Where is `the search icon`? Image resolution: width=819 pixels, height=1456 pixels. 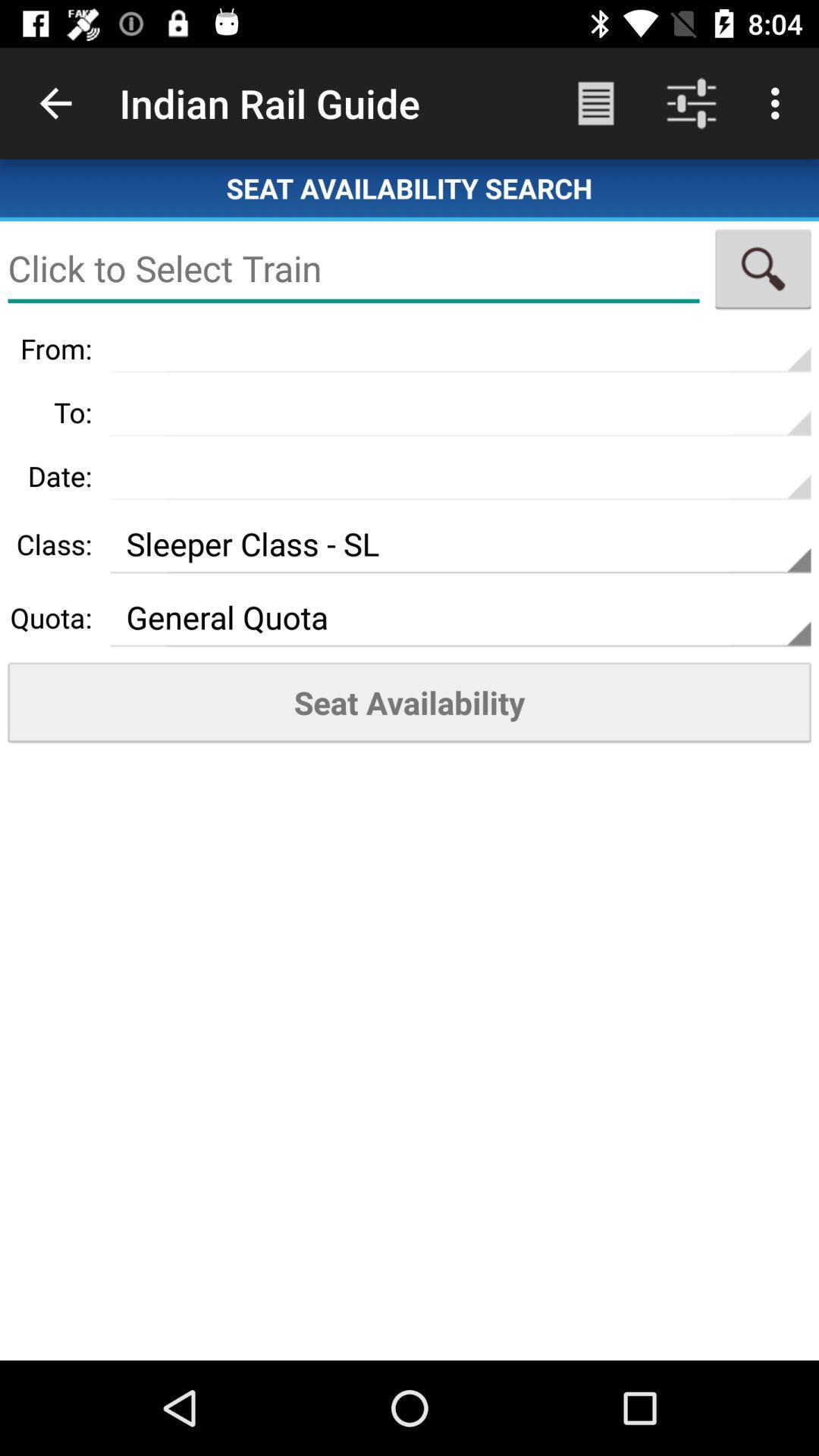 the search icon is located at coordinates (763, 268).